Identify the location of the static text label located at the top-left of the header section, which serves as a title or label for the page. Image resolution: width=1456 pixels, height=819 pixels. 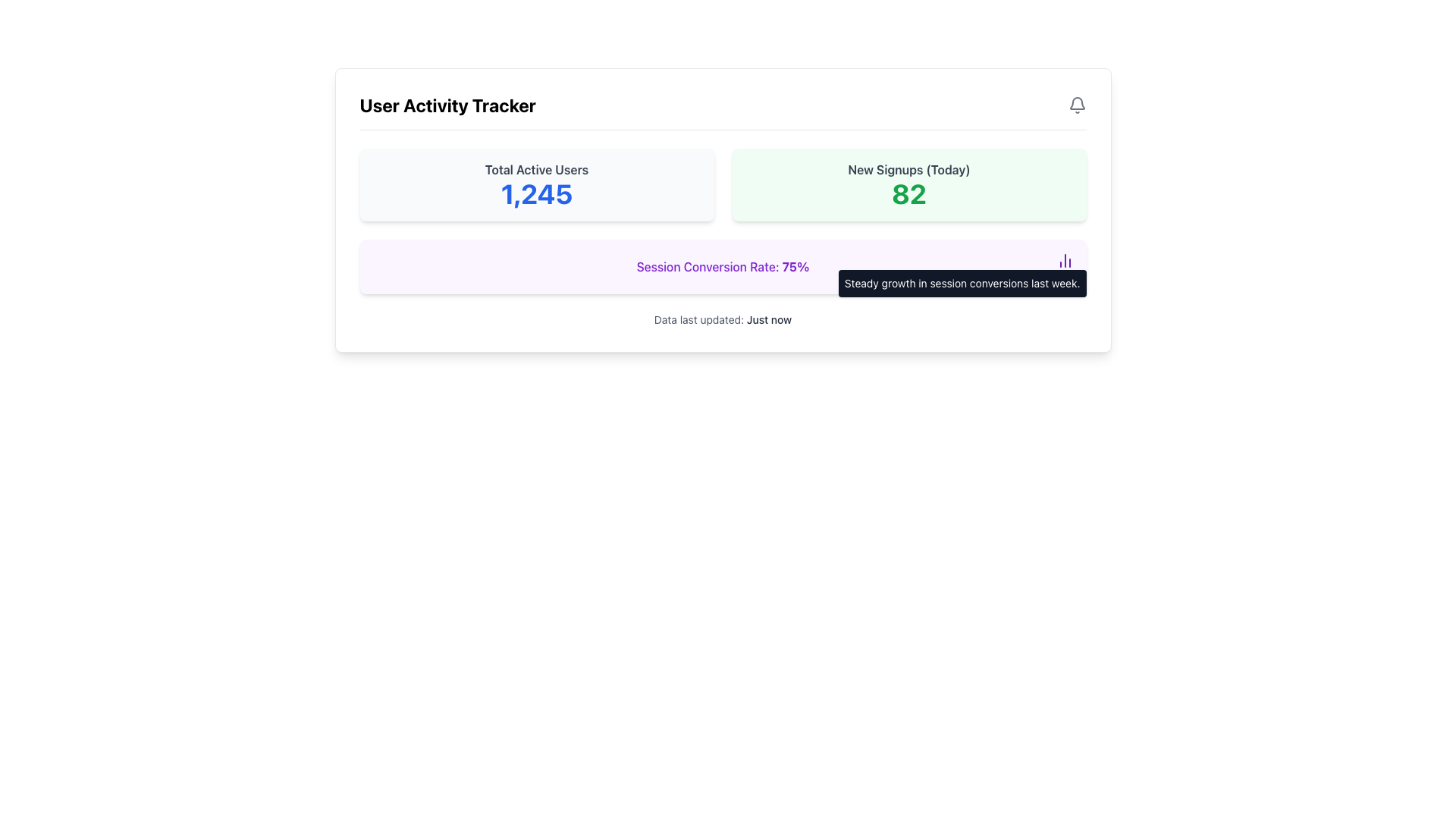
(447, 104).